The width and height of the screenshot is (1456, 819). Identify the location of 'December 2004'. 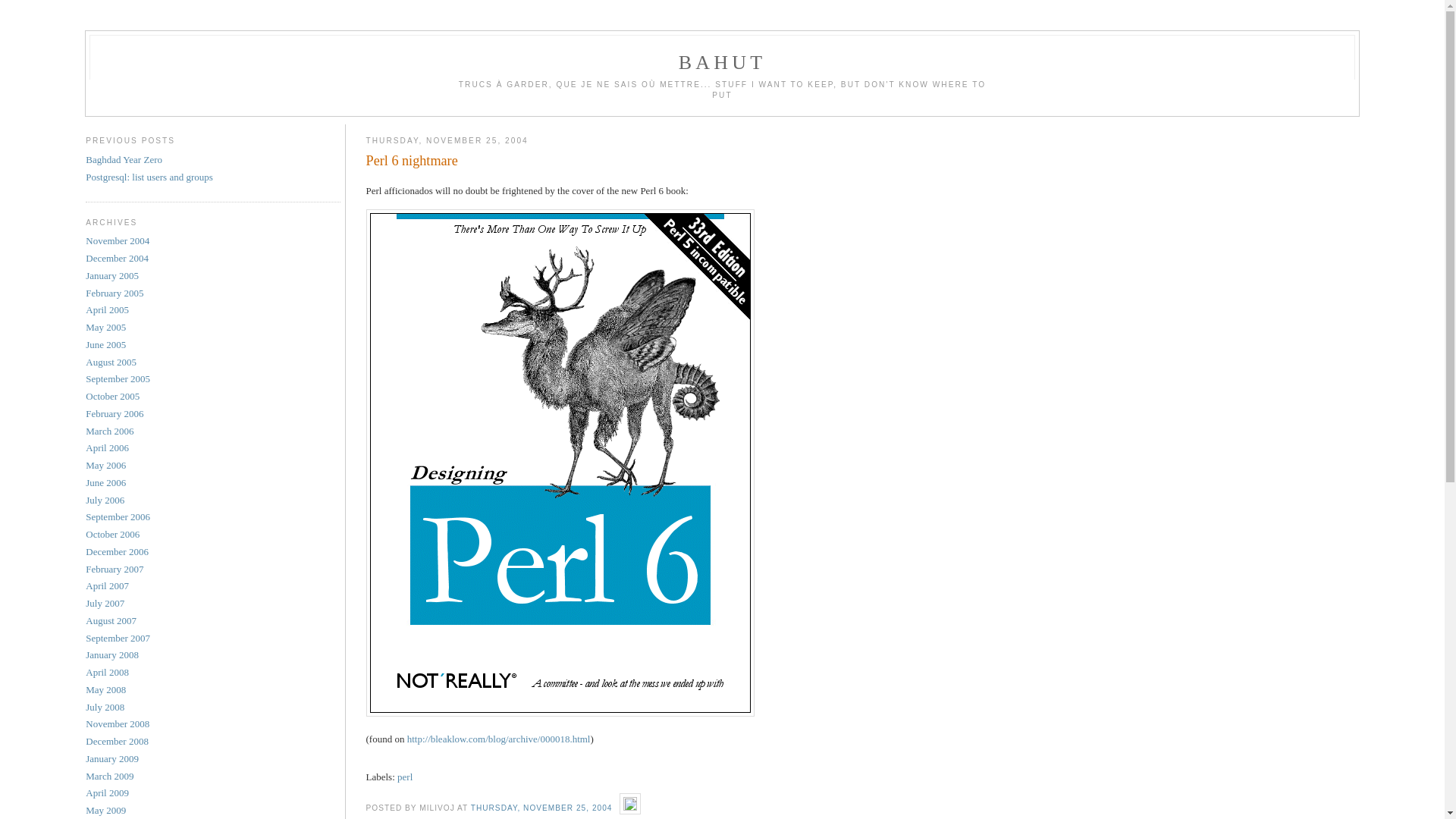
(116, 257).